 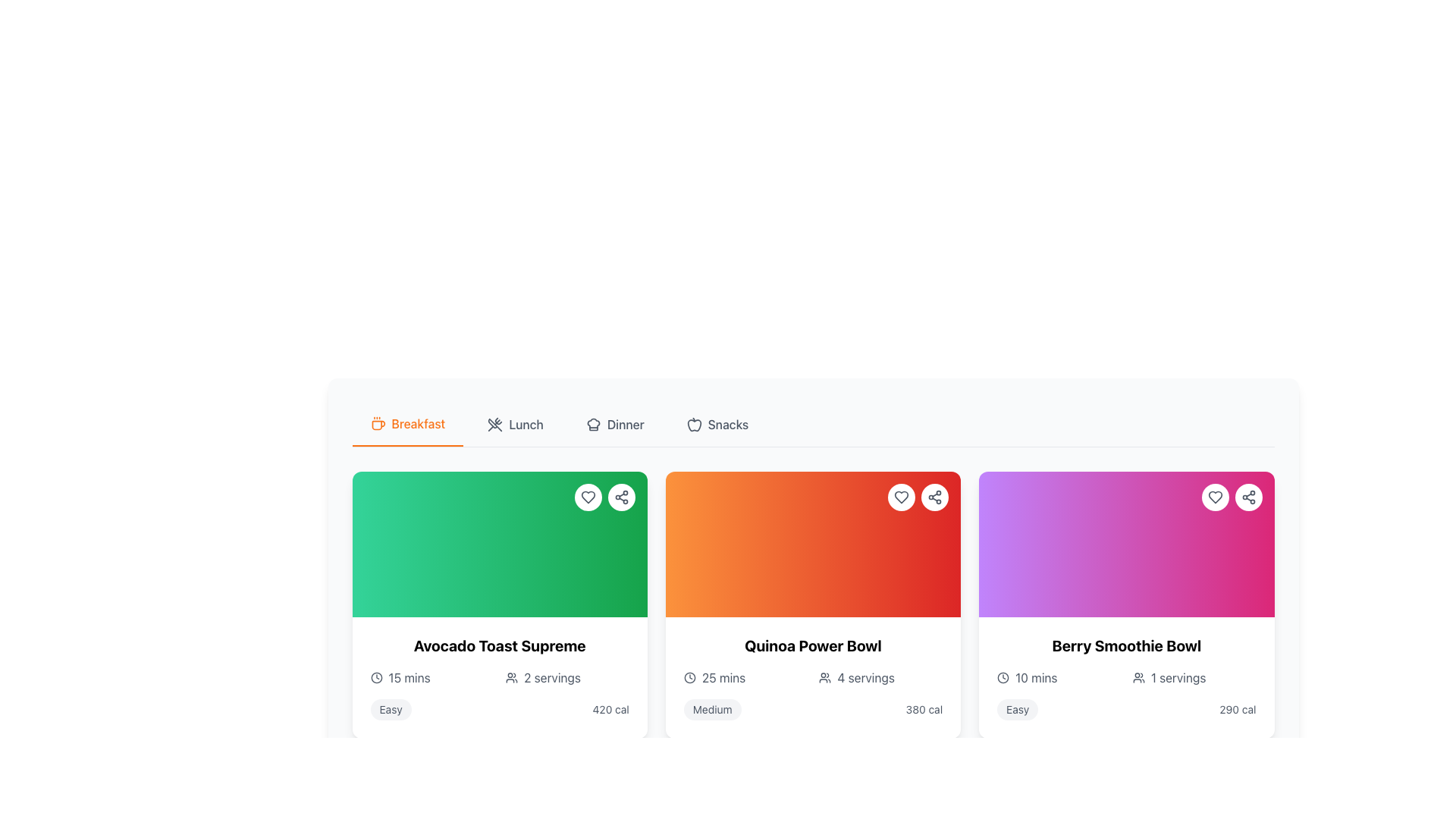 I want to click on the time icon located to the left of the '15 mins' text within the green card titled 'Avocado Toast Supreme.', so click(x=376, y=677).